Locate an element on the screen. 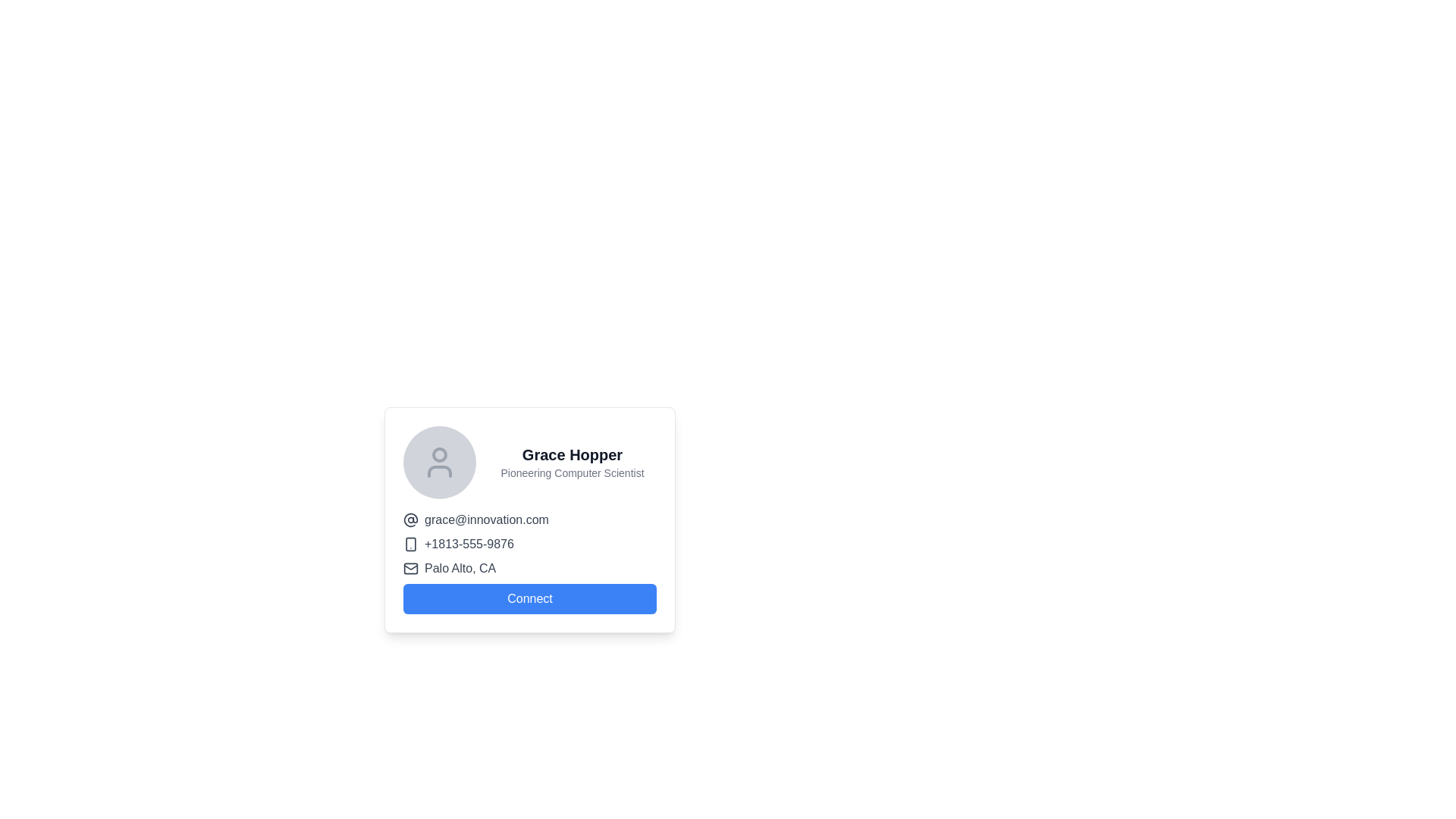  Circular SVG graphical element representing the user's head within the user profile card is located at coordinates (439, 454).